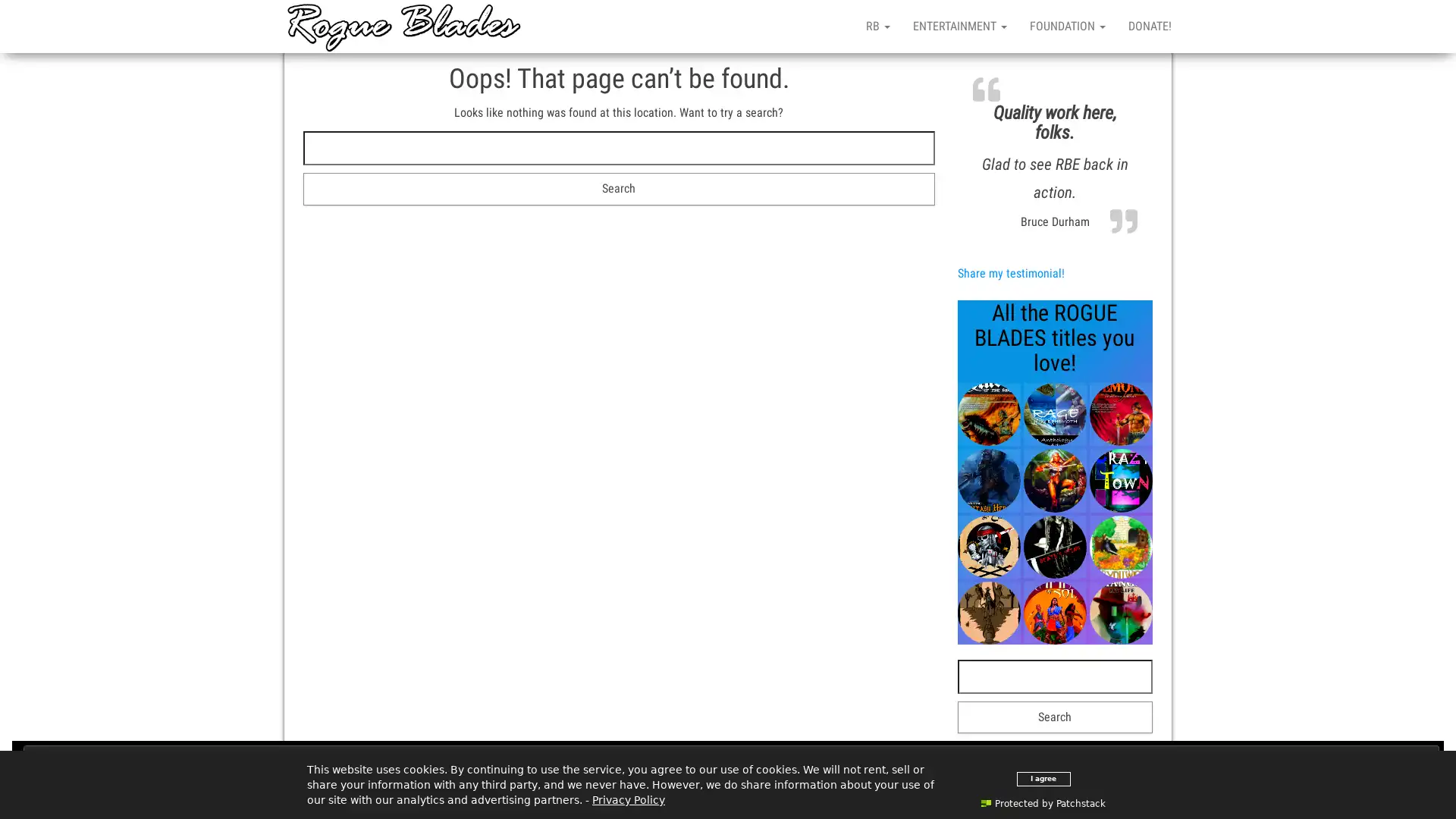 The width and height of the screenshot is (1456, 819). What do you see at coordinates (731, 760) in the screenshot?
I see `Close and accept` at bounding box center [731, 760].